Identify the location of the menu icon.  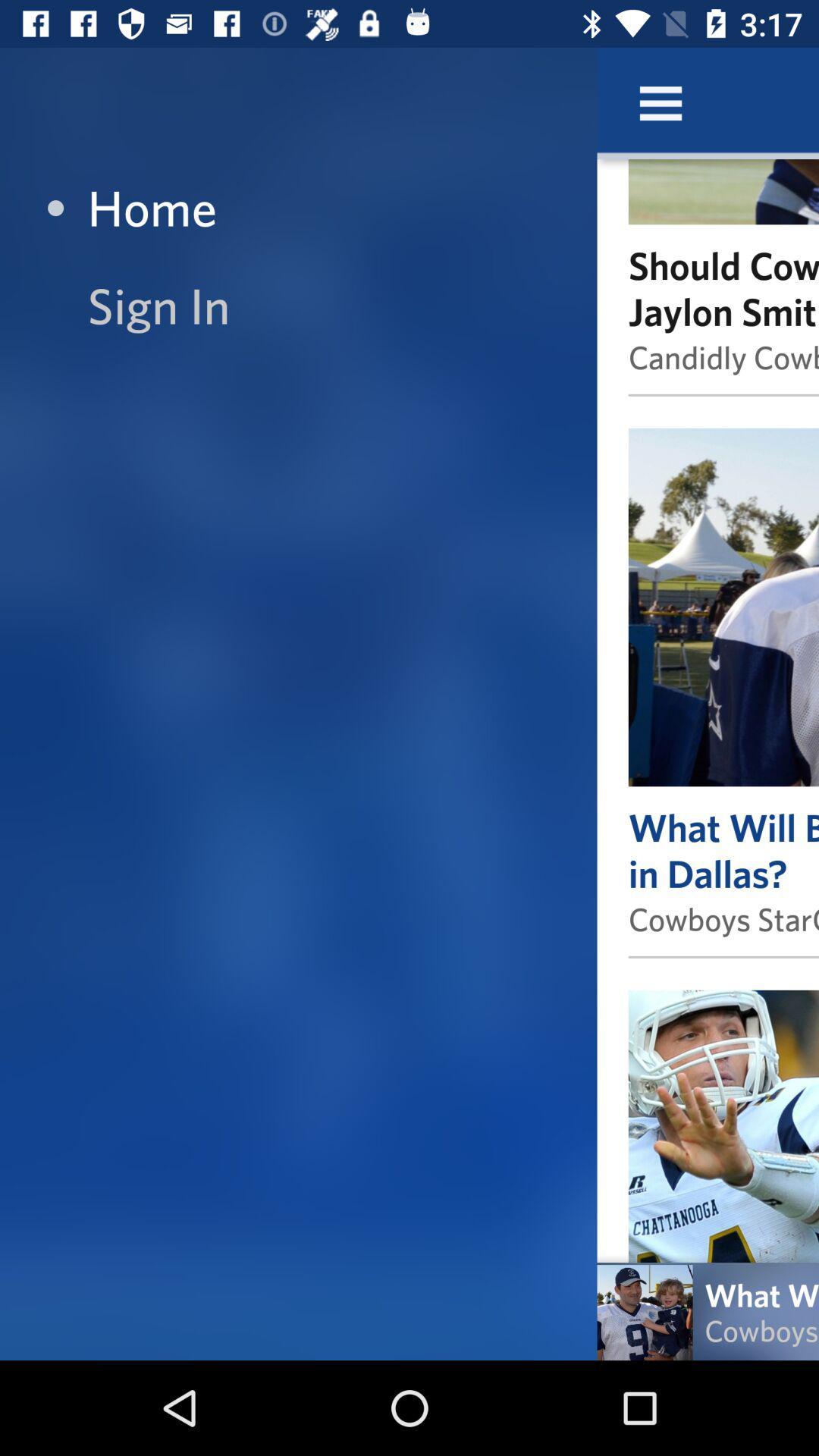
(660, 102).